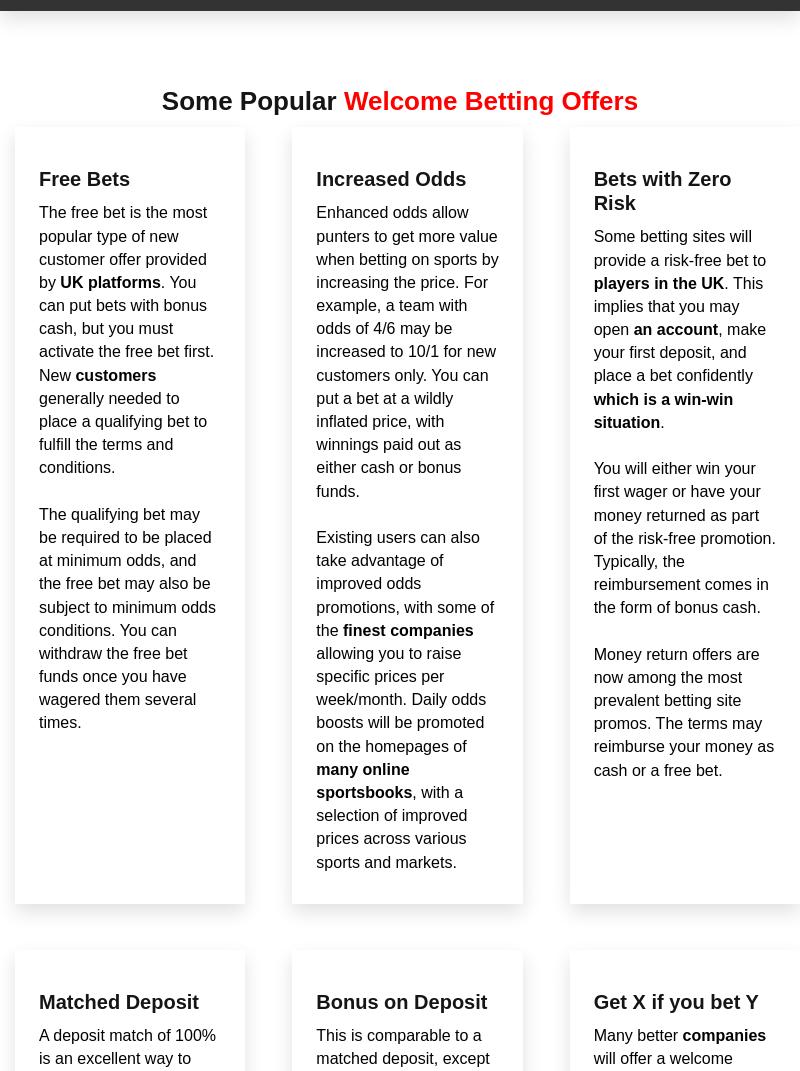 Image resolution: width=800 pixels, height=1071 pixels. What do you see at coordinates (390, 177) in the screenshot?
I see `'Increased Odds'` at bounding box center [390, 177].